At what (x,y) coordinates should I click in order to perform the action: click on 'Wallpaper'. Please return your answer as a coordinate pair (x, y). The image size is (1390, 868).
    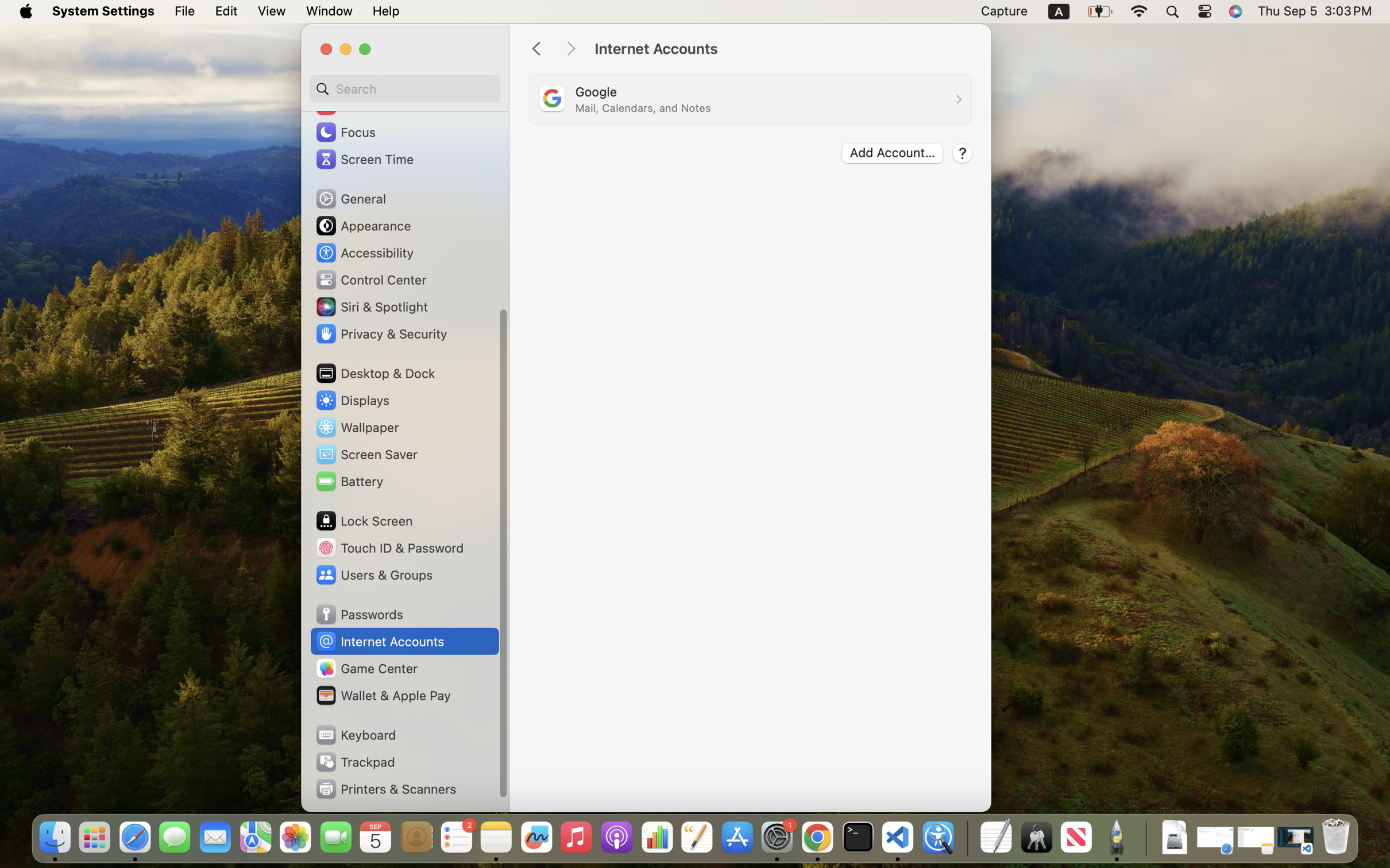
    Looking at the image, I should click on (357, 427).